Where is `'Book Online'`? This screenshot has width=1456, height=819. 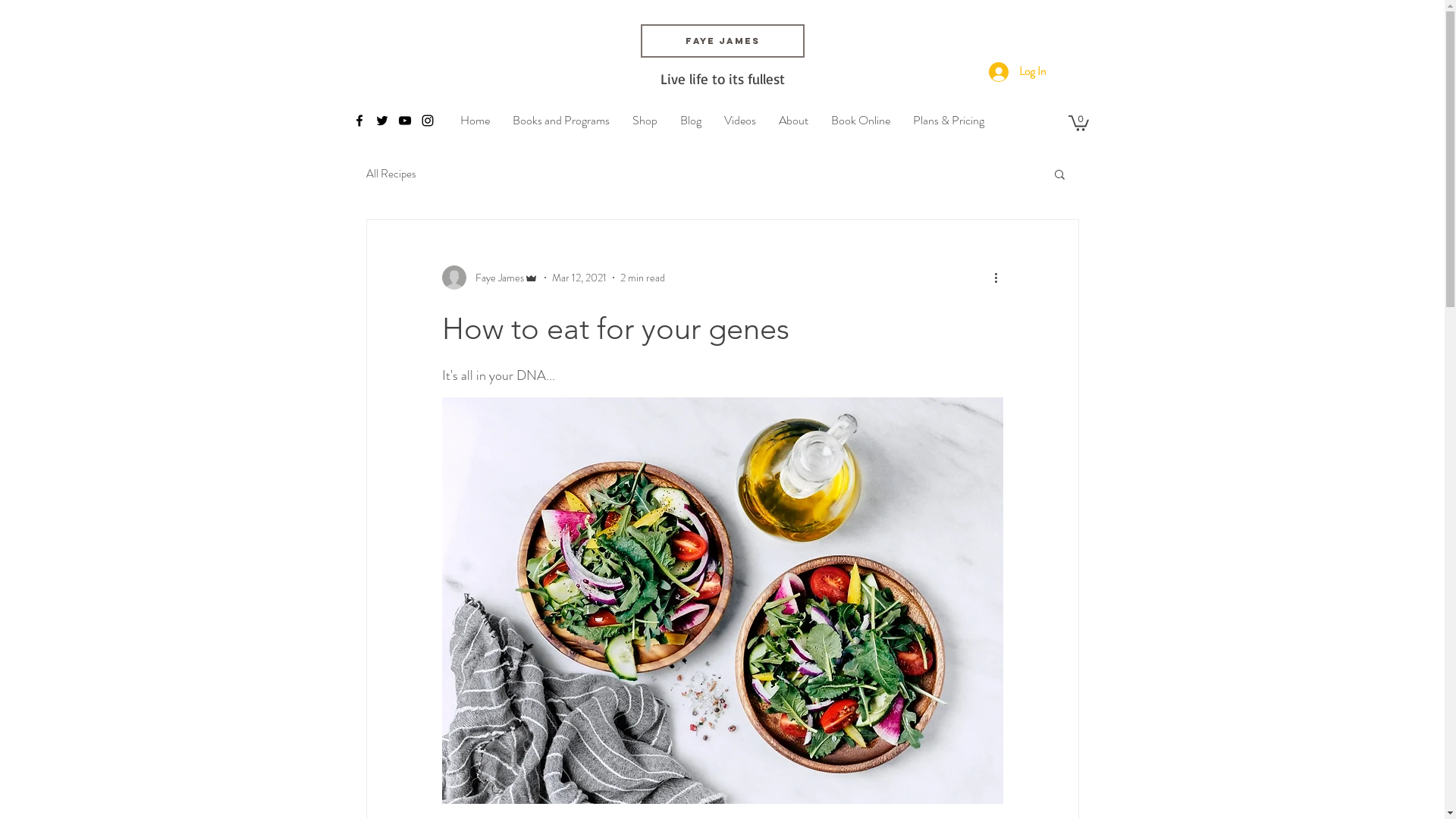 'Book Online' is located at coordinates (818, 119).